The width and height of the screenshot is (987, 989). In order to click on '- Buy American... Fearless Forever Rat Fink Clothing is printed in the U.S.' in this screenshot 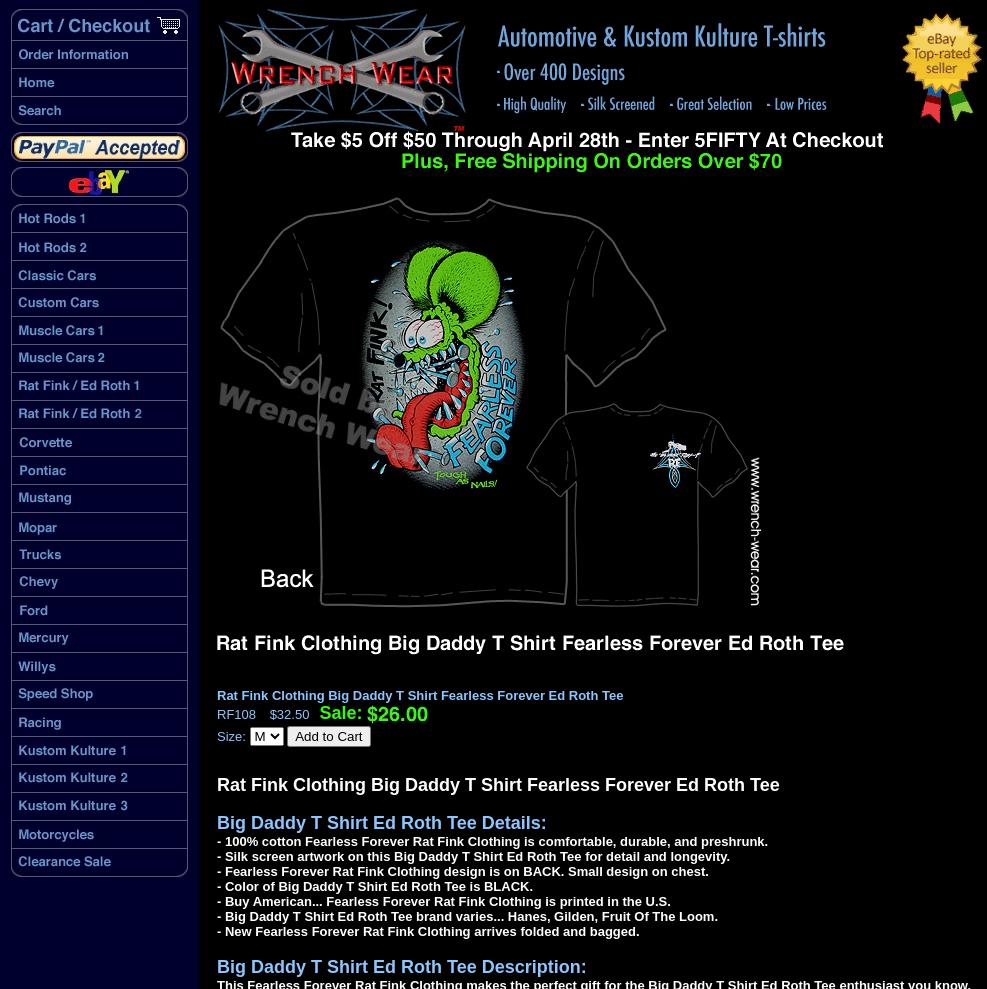, I will do `click(442, 900)`.